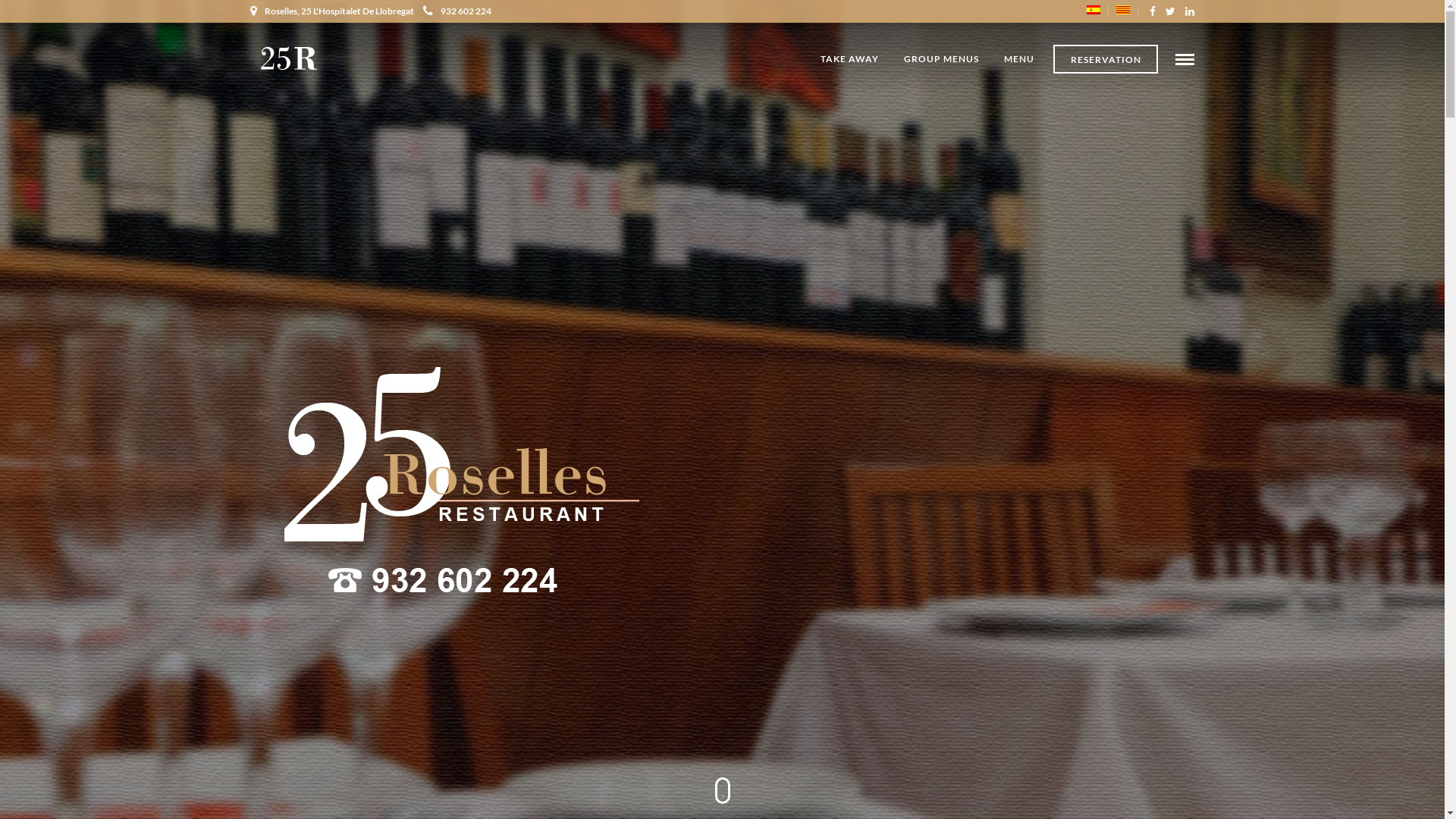  Describe the element at coordinates (849, 58) in the screenshot. I see `'TAKE AWAY'` at that location.